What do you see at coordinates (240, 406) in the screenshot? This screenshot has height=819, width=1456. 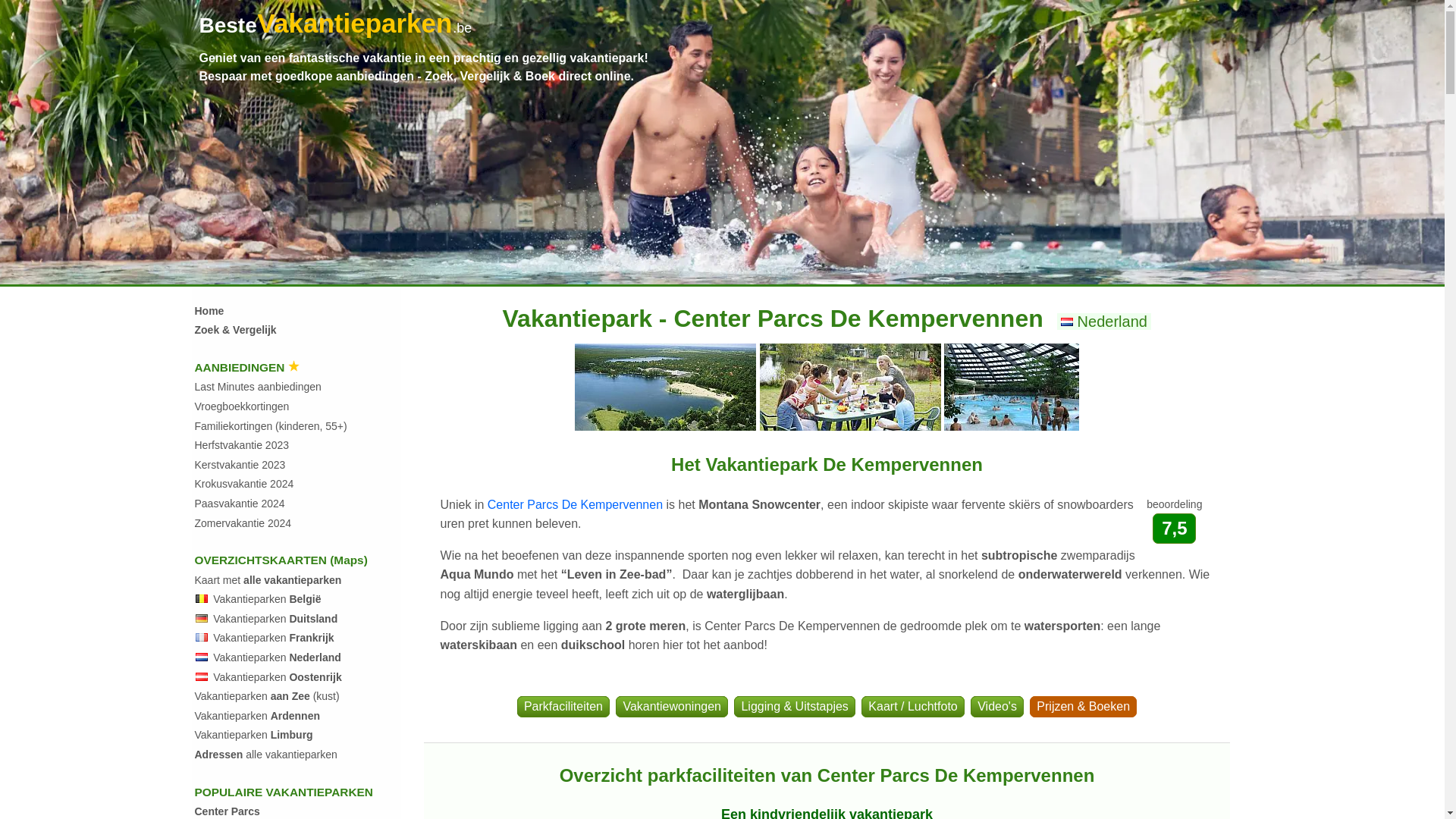 I see `'Vroegboekkortingen'` at bounding box center [240, 406].